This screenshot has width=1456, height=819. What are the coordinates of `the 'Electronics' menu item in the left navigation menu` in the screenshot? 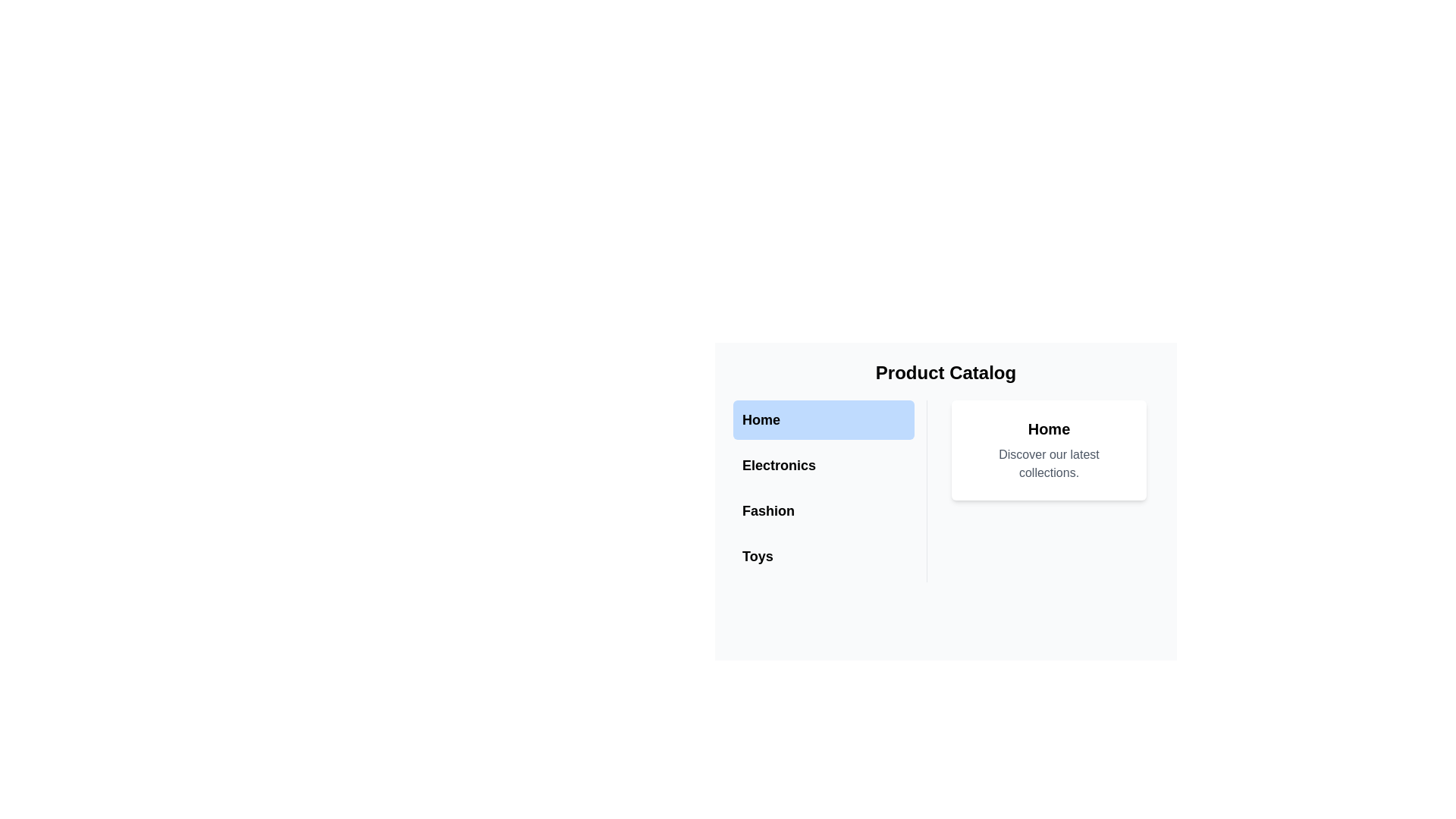 It's located at (823, 464).